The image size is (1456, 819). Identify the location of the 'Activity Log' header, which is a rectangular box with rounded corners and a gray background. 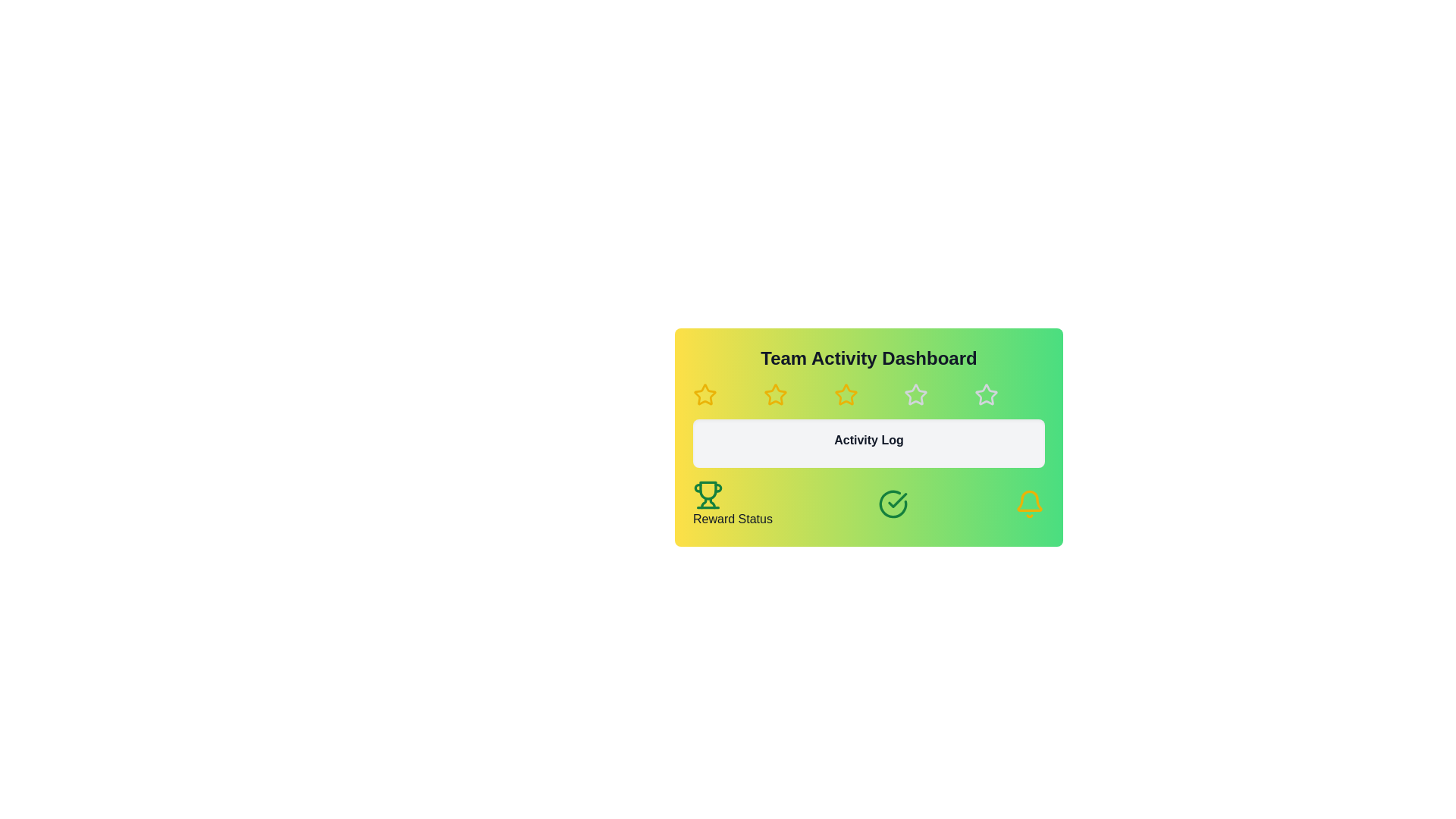
(869, 444).